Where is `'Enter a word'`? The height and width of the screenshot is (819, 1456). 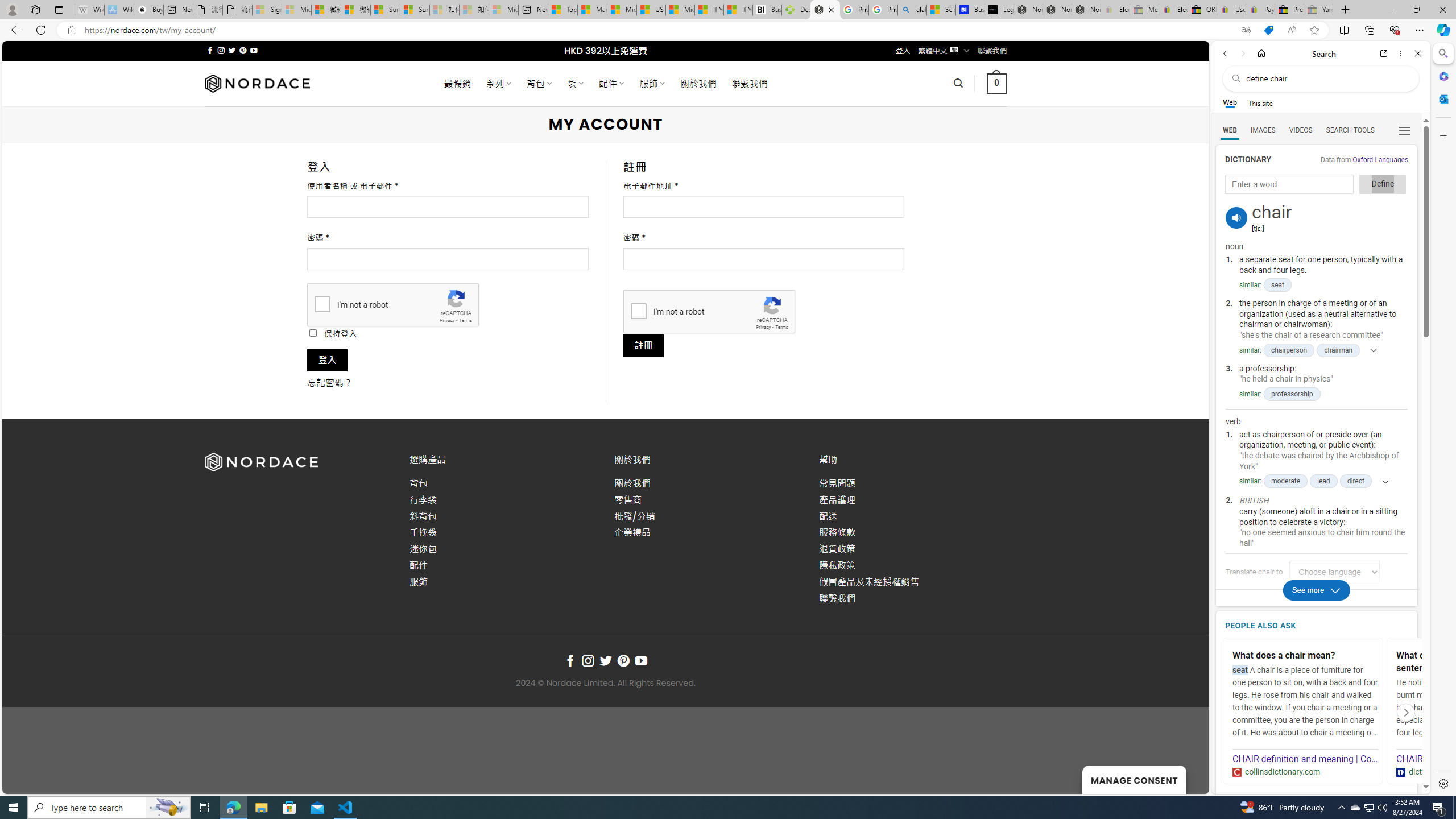 'Enter a word' is located at coordinates (1289, 184).